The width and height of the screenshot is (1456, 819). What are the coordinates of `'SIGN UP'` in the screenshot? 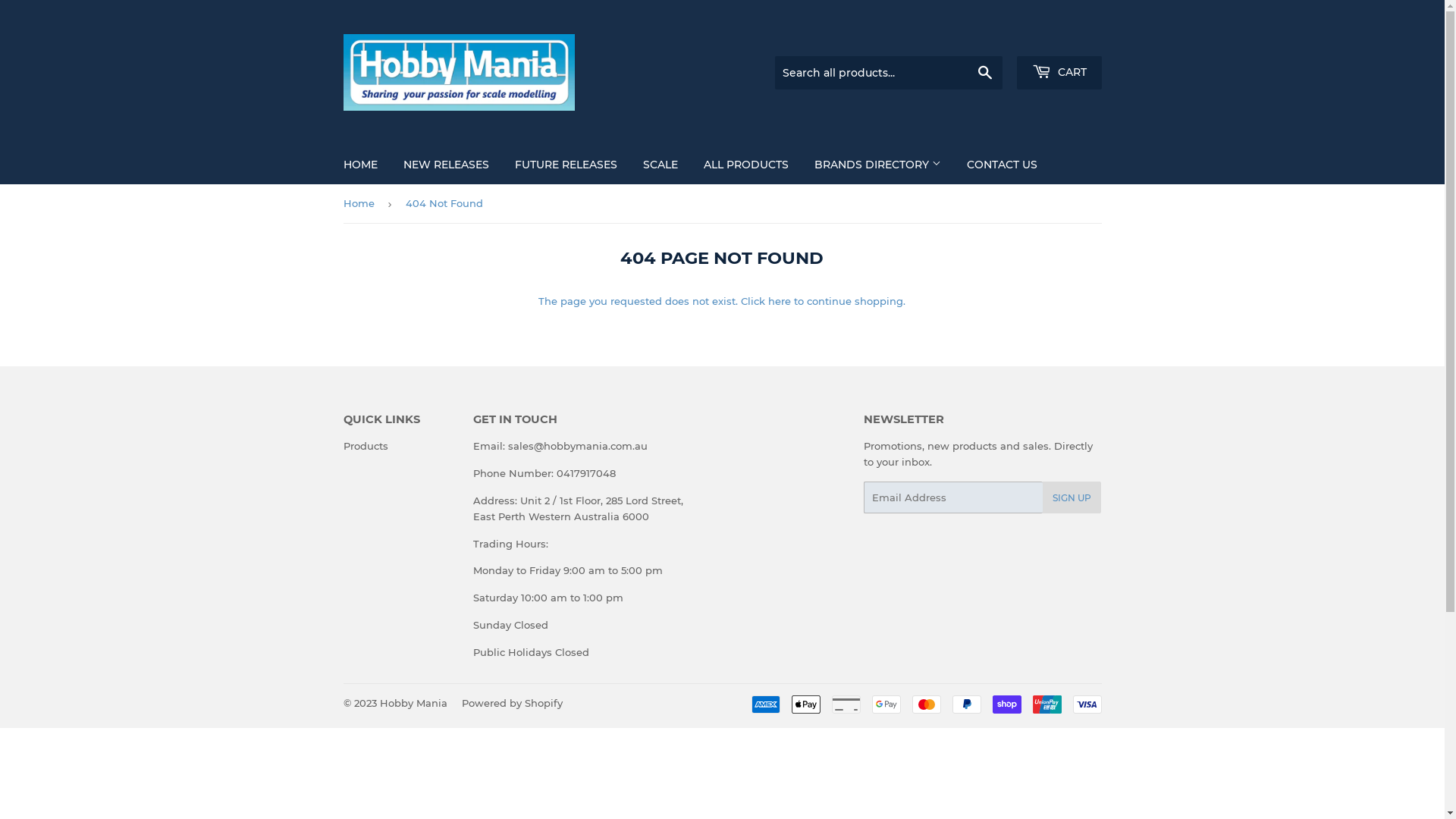 It's located at (1071, 497).